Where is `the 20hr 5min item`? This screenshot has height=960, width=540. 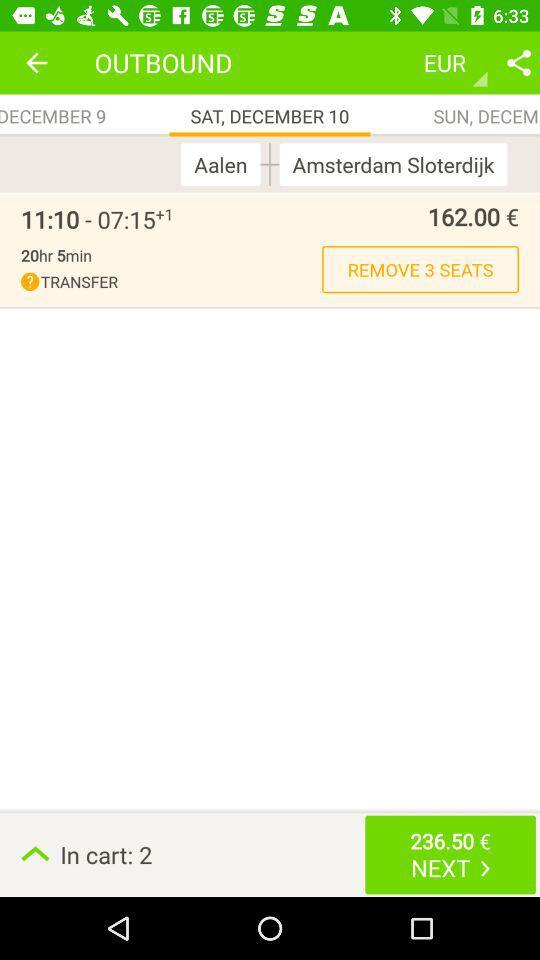 the 20hr 5min item is located at coordinates (56, 254).